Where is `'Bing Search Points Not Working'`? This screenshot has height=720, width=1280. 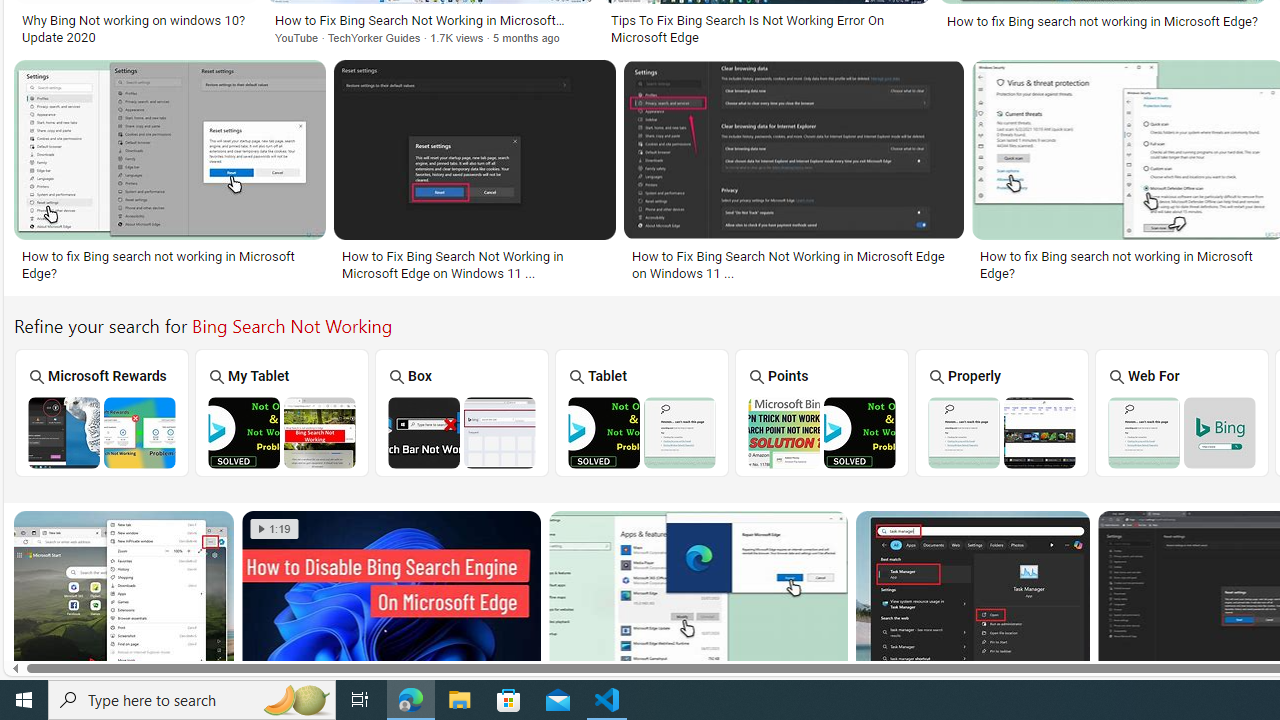
'Bing Search Points Not Working' is located at coordinates (821, 431).